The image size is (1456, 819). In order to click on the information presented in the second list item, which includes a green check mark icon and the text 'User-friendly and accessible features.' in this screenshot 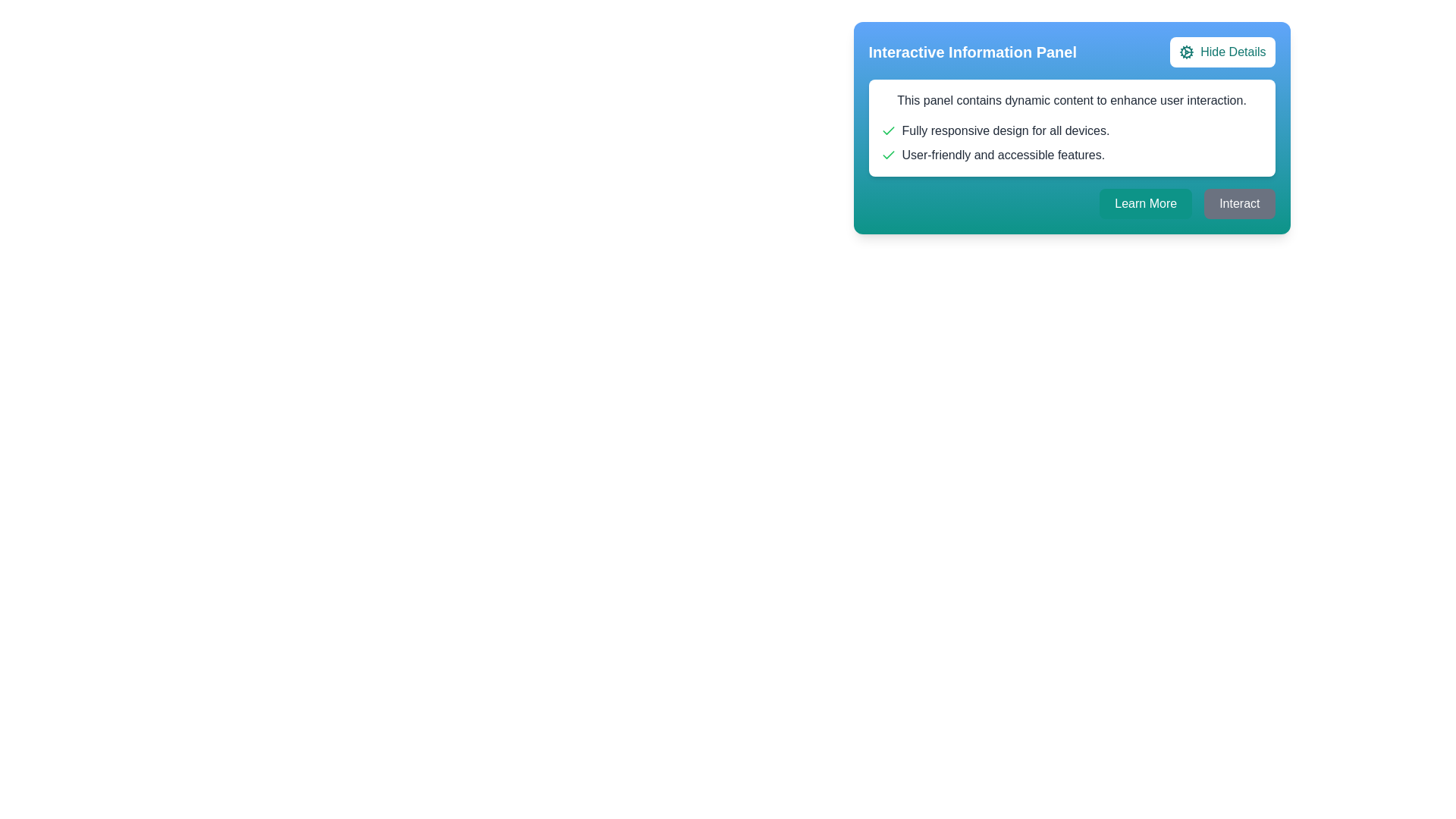, I will do `click(1071, 155)`.